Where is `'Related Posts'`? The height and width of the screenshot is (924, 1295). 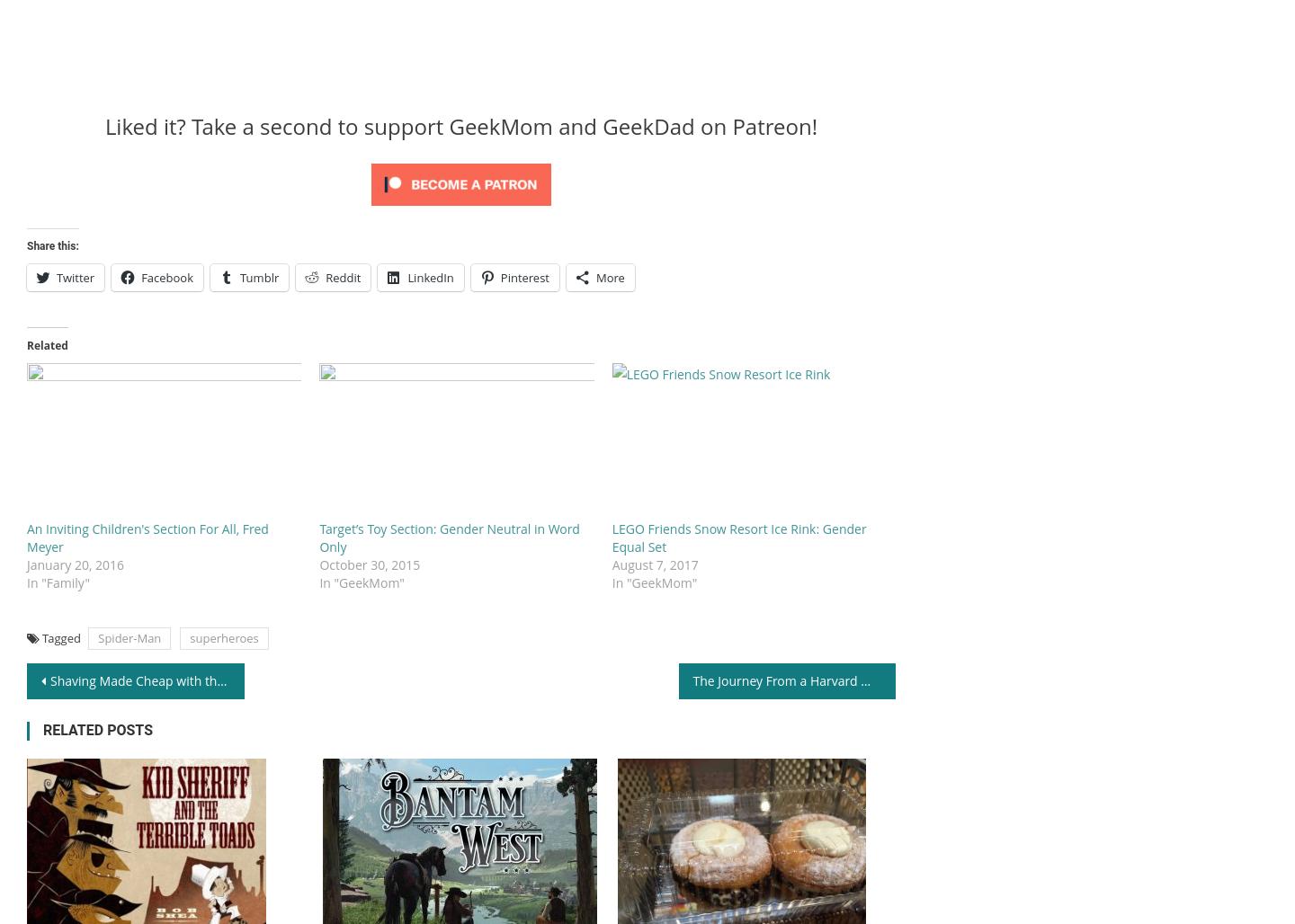 'Related Posts' is located at coordinates (97, 730).